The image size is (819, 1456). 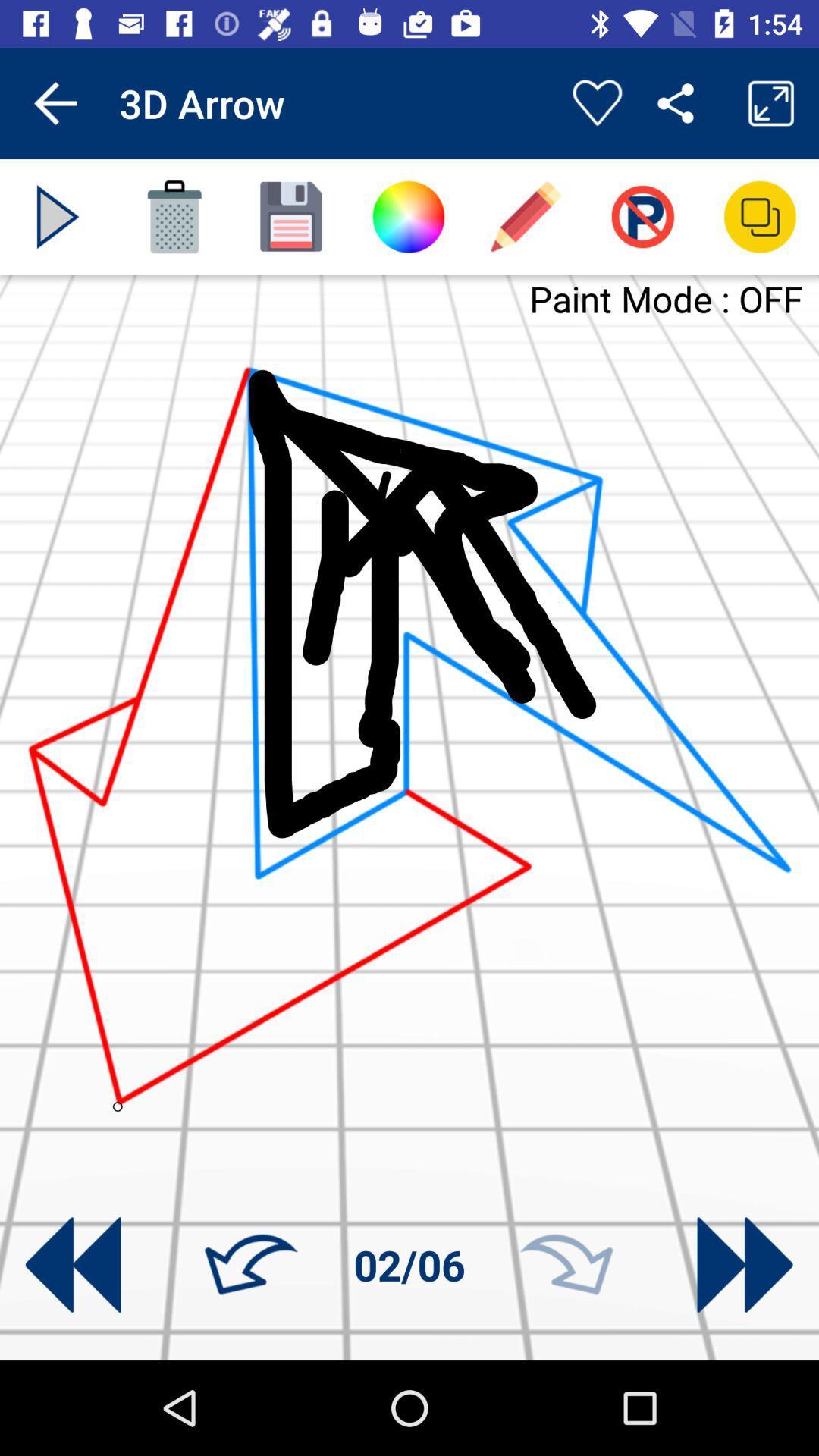 What do you see at coordinates (57, 216) in the screenshot?
I see `play` at bounding box center [57, 216].